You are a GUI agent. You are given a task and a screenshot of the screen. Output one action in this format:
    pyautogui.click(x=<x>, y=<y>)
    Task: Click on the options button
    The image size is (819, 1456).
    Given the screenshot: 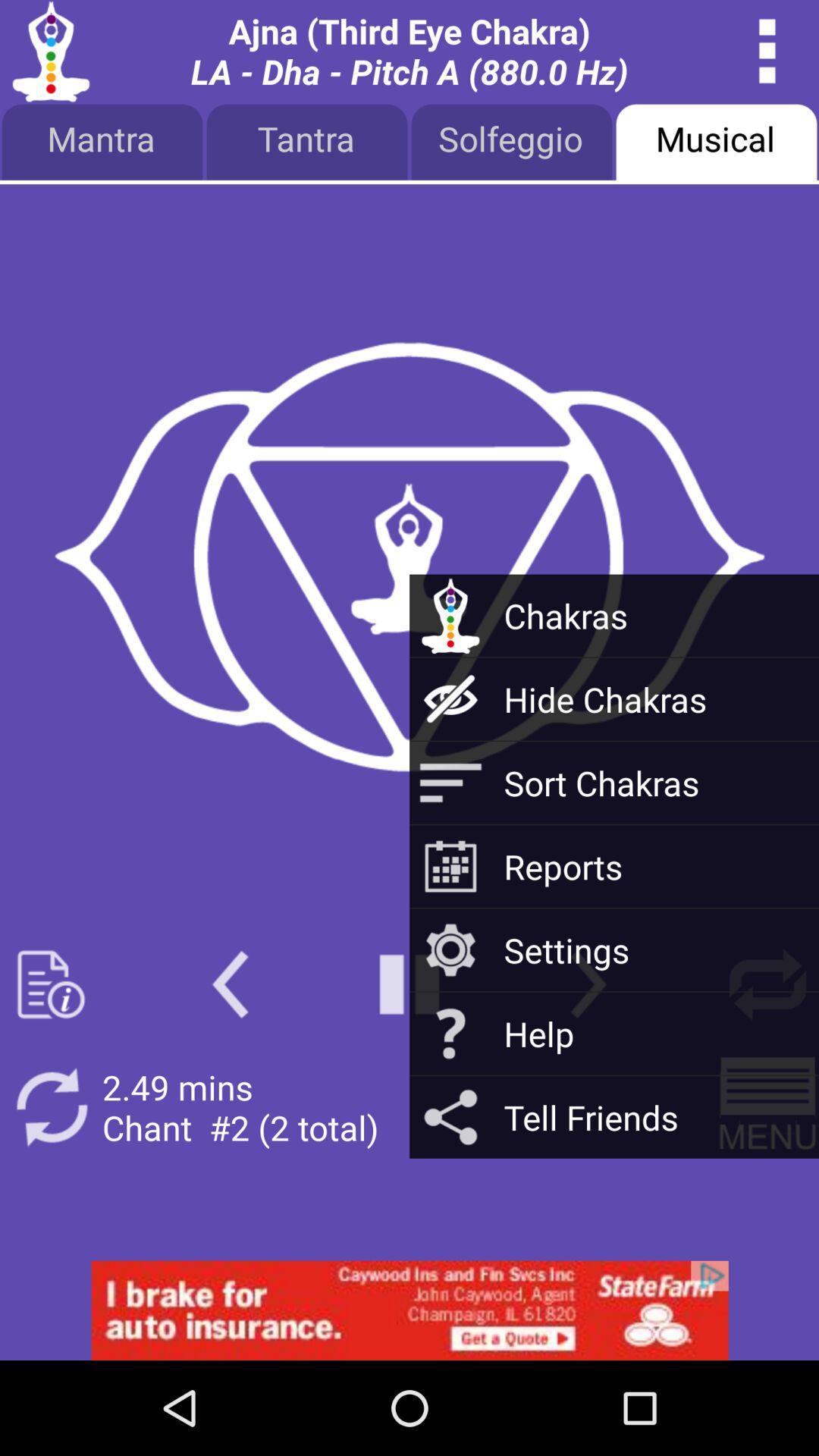 What is the action you would take?
    pyautogui.click(x=767, y=51)
    